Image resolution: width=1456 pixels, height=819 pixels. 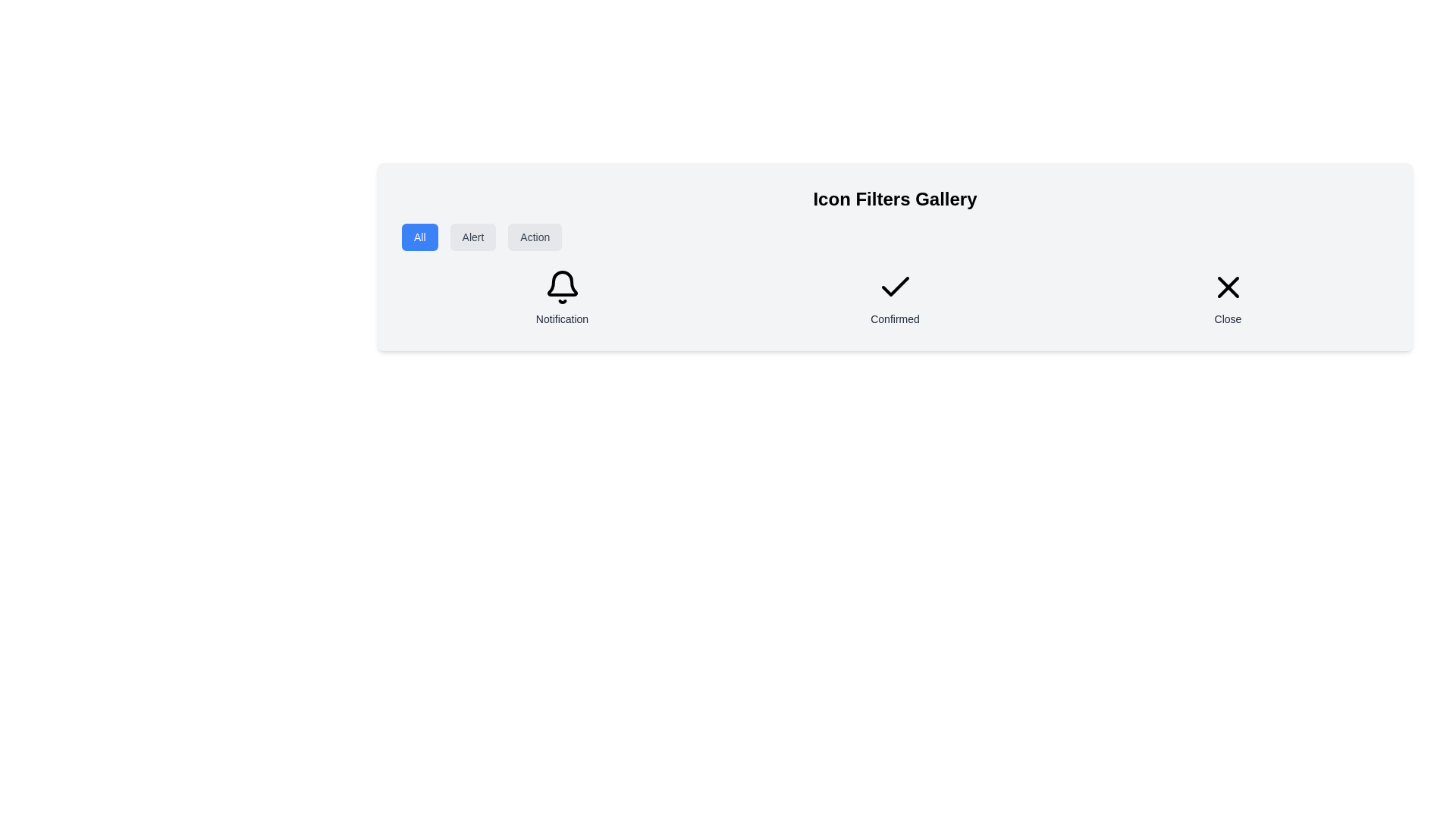 I want to click on the SVG Icon that visually represents confirmation, located above the label 'Confirmed' in the middle of a horizontally aligned group of icons, so click(x=895, y=287).